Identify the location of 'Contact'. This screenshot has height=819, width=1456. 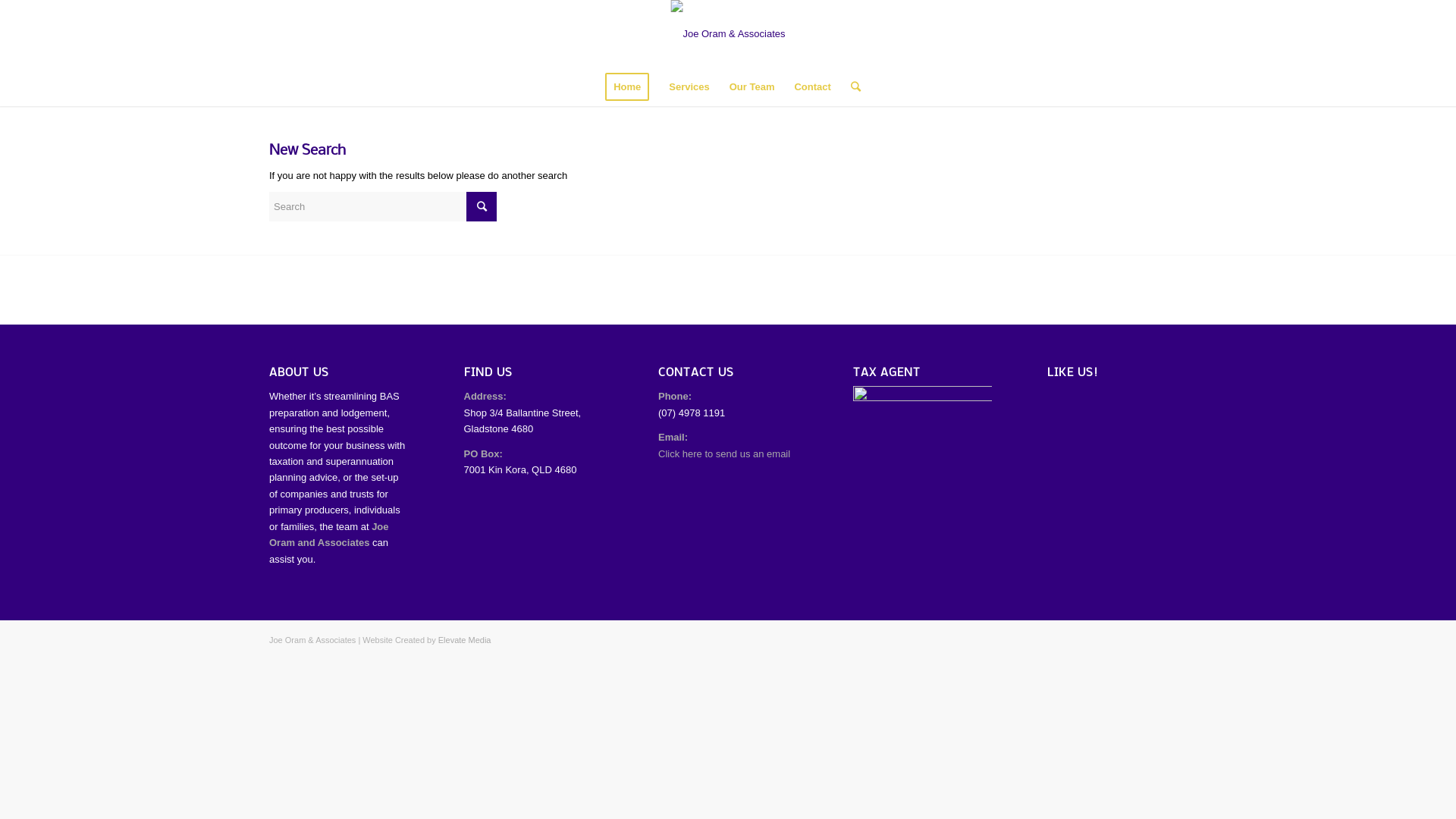
(783, 87).